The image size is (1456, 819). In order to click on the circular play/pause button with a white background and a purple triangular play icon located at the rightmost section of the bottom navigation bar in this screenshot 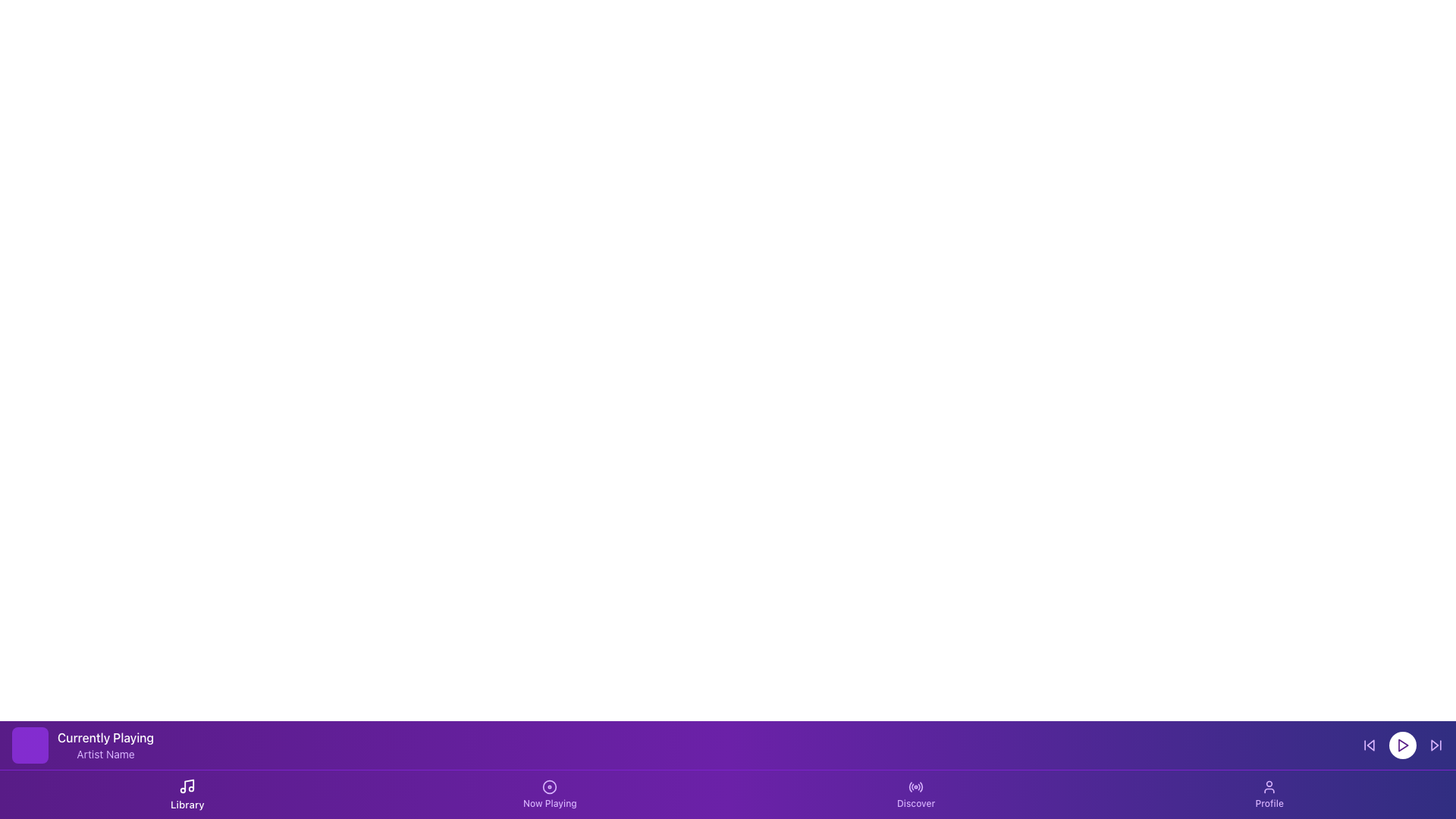, I will do `click(1401, 745)`.